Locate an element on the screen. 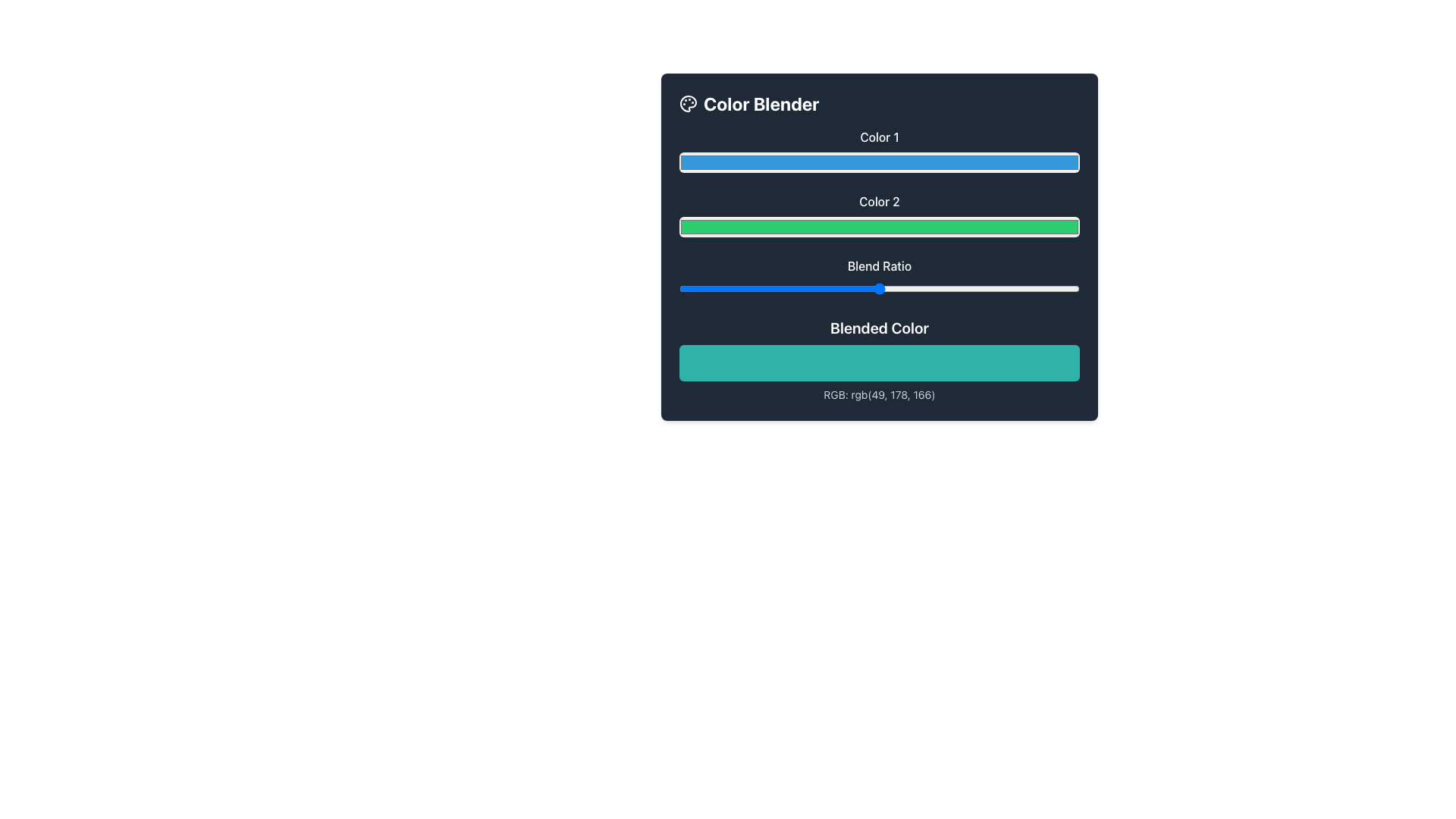  the color picker input located below the 'Color 1' label is located at coordinates (880, 151).